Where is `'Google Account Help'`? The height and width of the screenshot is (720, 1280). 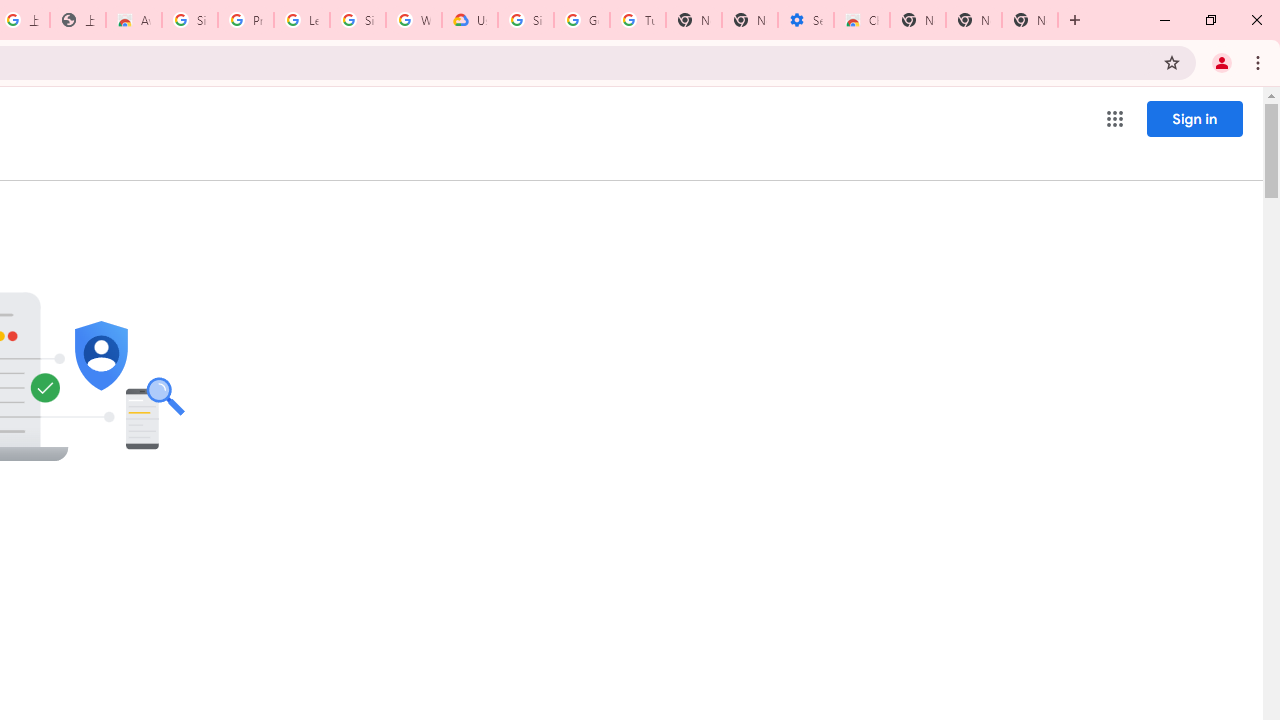 'Google Account Help' is located at coordinates (581, 20).